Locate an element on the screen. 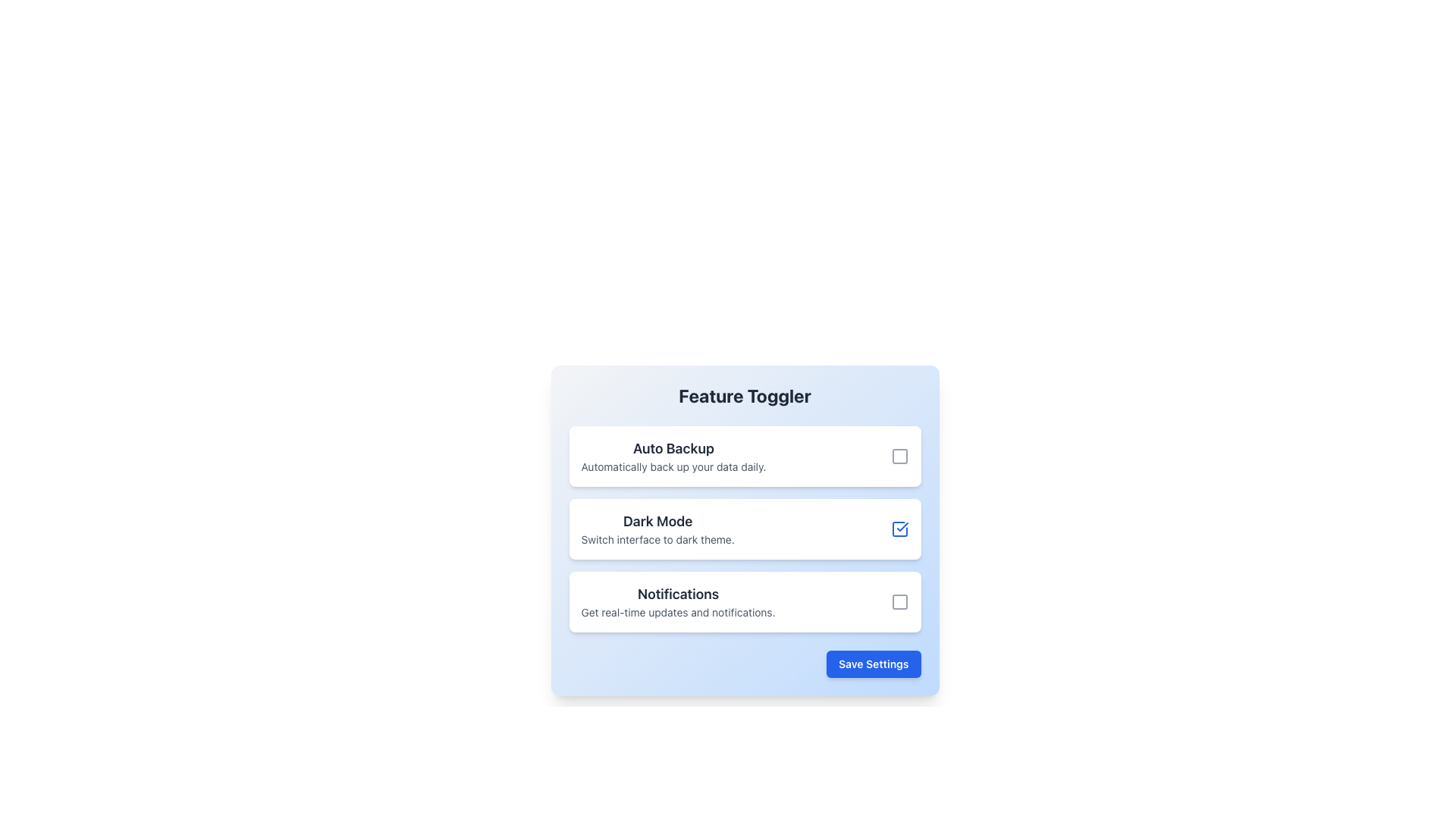  the checkbox located in the 'Dark Mode' section of the 'Feature Toggles' interface is located at coordinates (899, 529).